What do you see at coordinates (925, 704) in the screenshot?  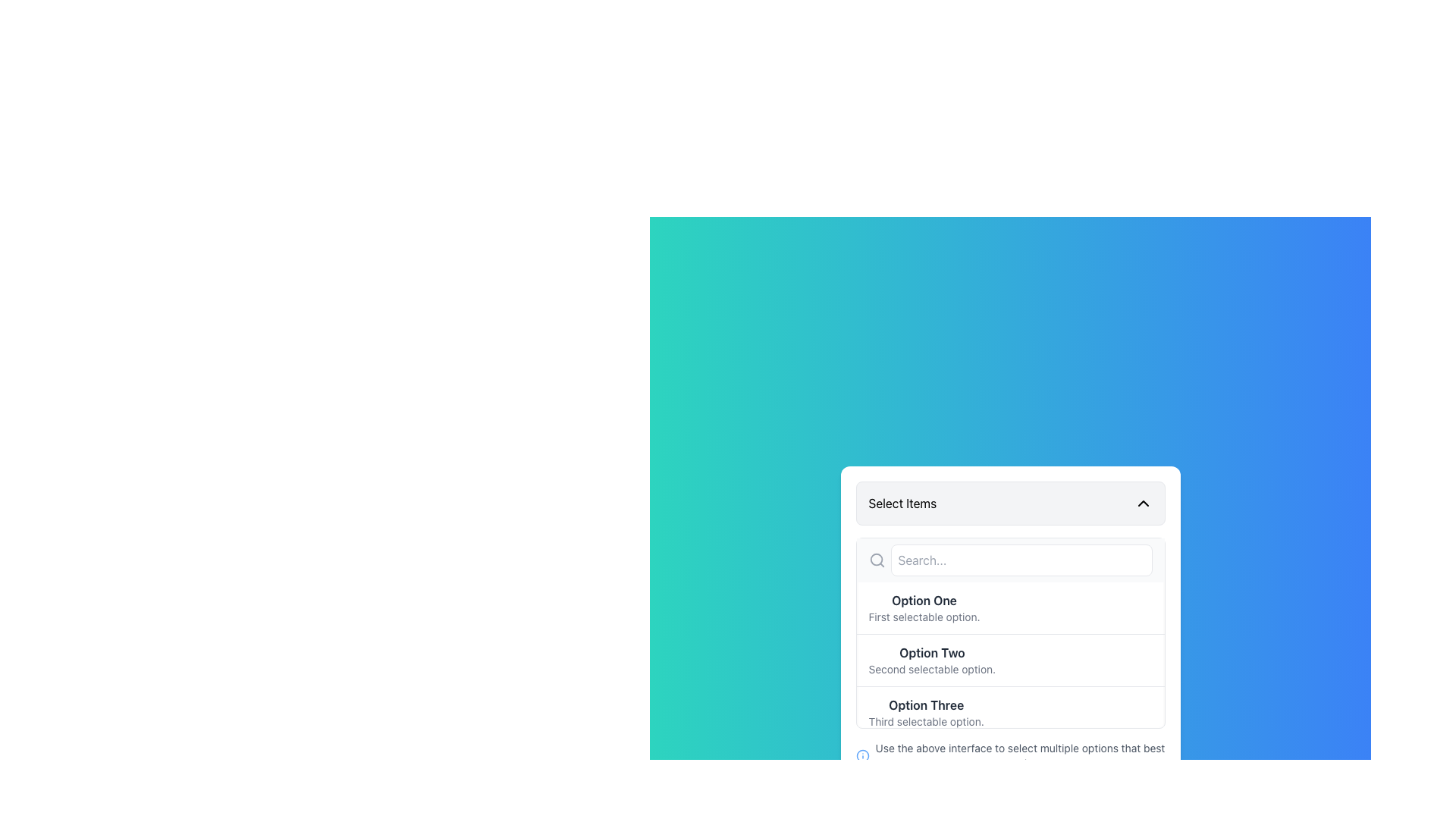 I see `the text label that serves as the third item in a dropdown menu, located below 'Option One' and 'Option Two', and above 'Third selectable option'` at bounding box center [925, 704].